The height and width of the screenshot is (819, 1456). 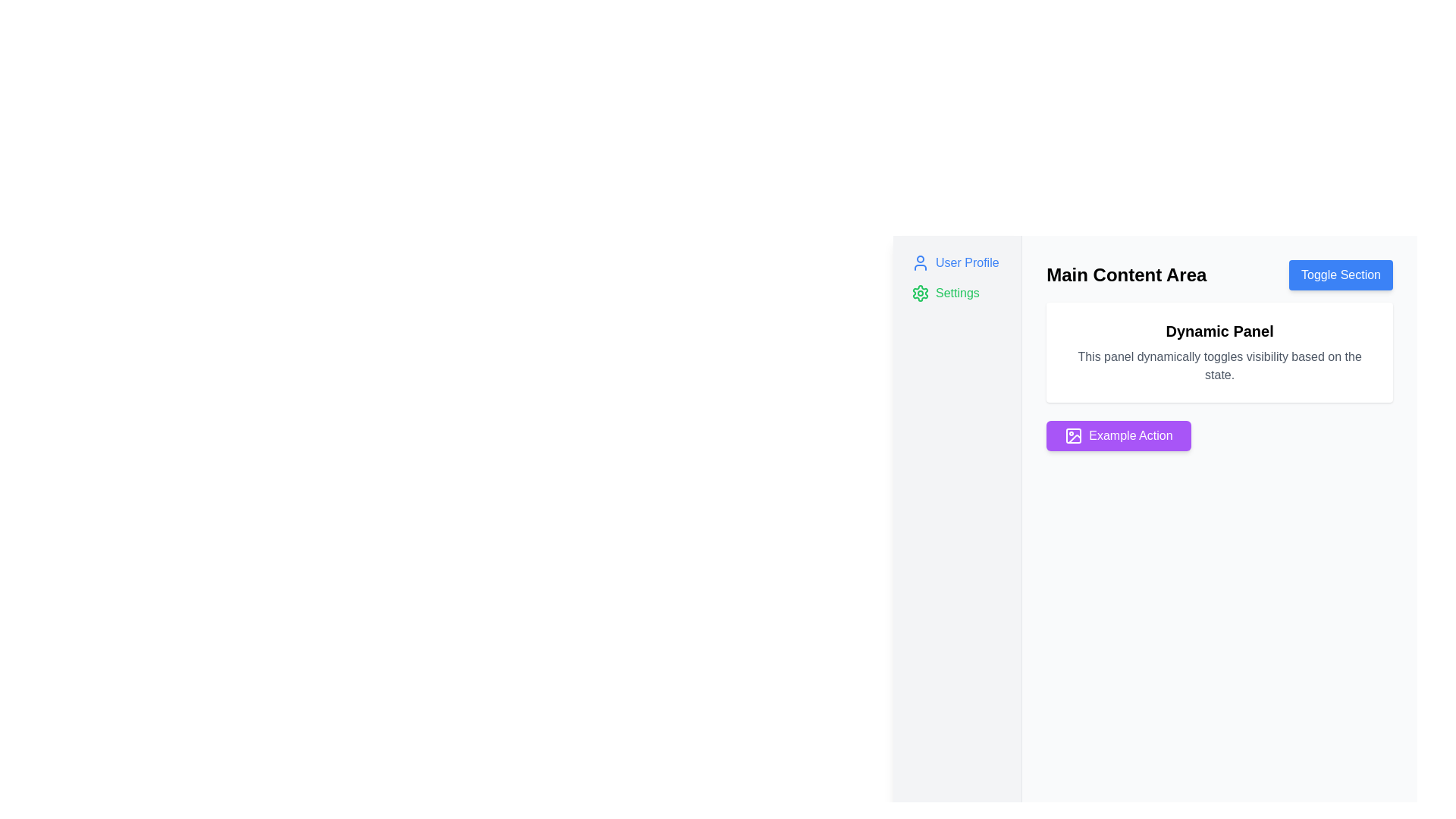 What do you see at coordinates (956, 293) in the screenshot?
I see `the 'Settings' button with a green gear icon located below the 'User Profile' element` at bounding box center [956, 293].